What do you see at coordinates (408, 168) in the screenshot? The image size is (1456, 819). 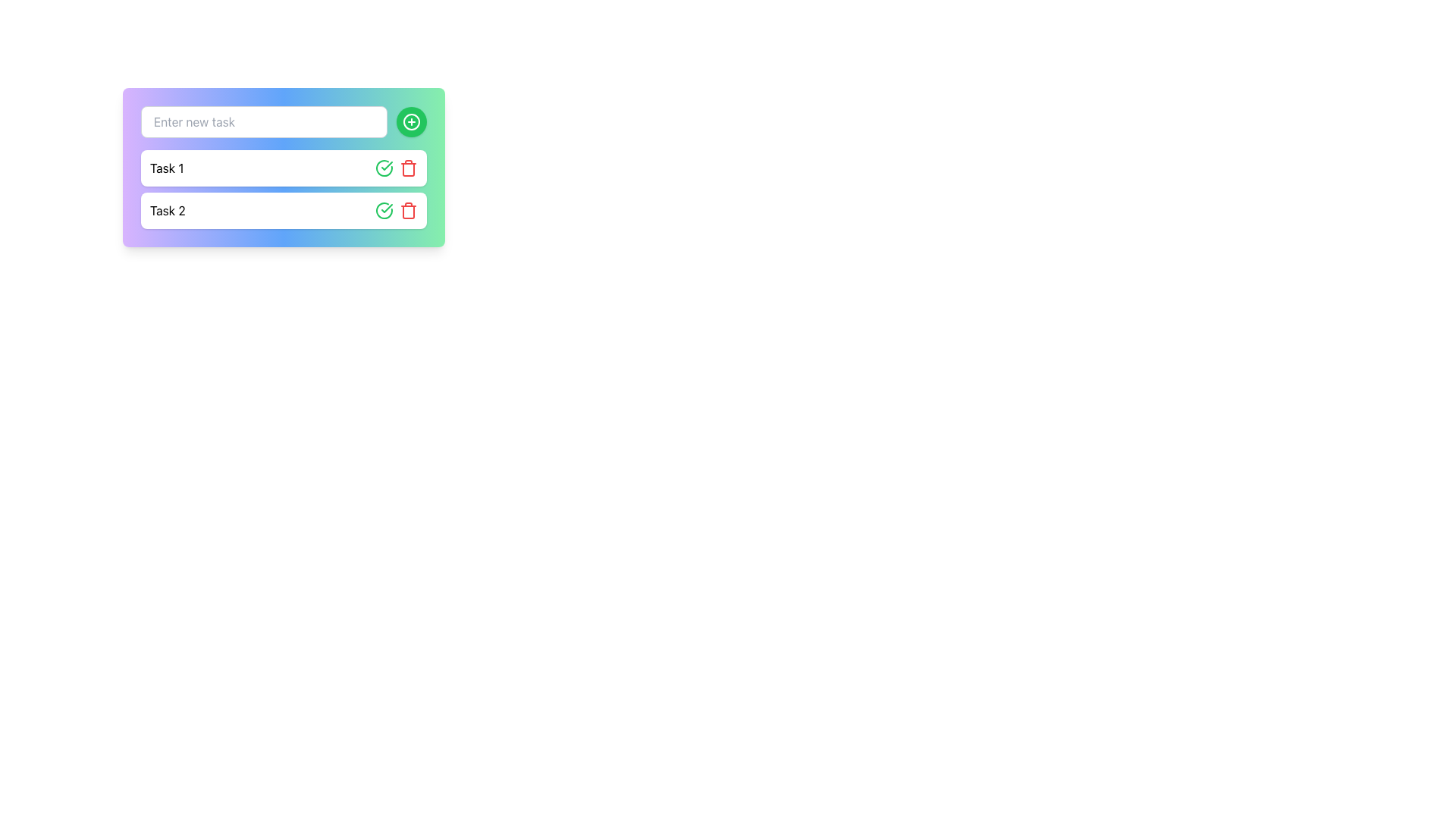 I see `the red trash can icon for deletion, located on the right side of 'Task 2' in the task list` at bounding box center [408, 168].